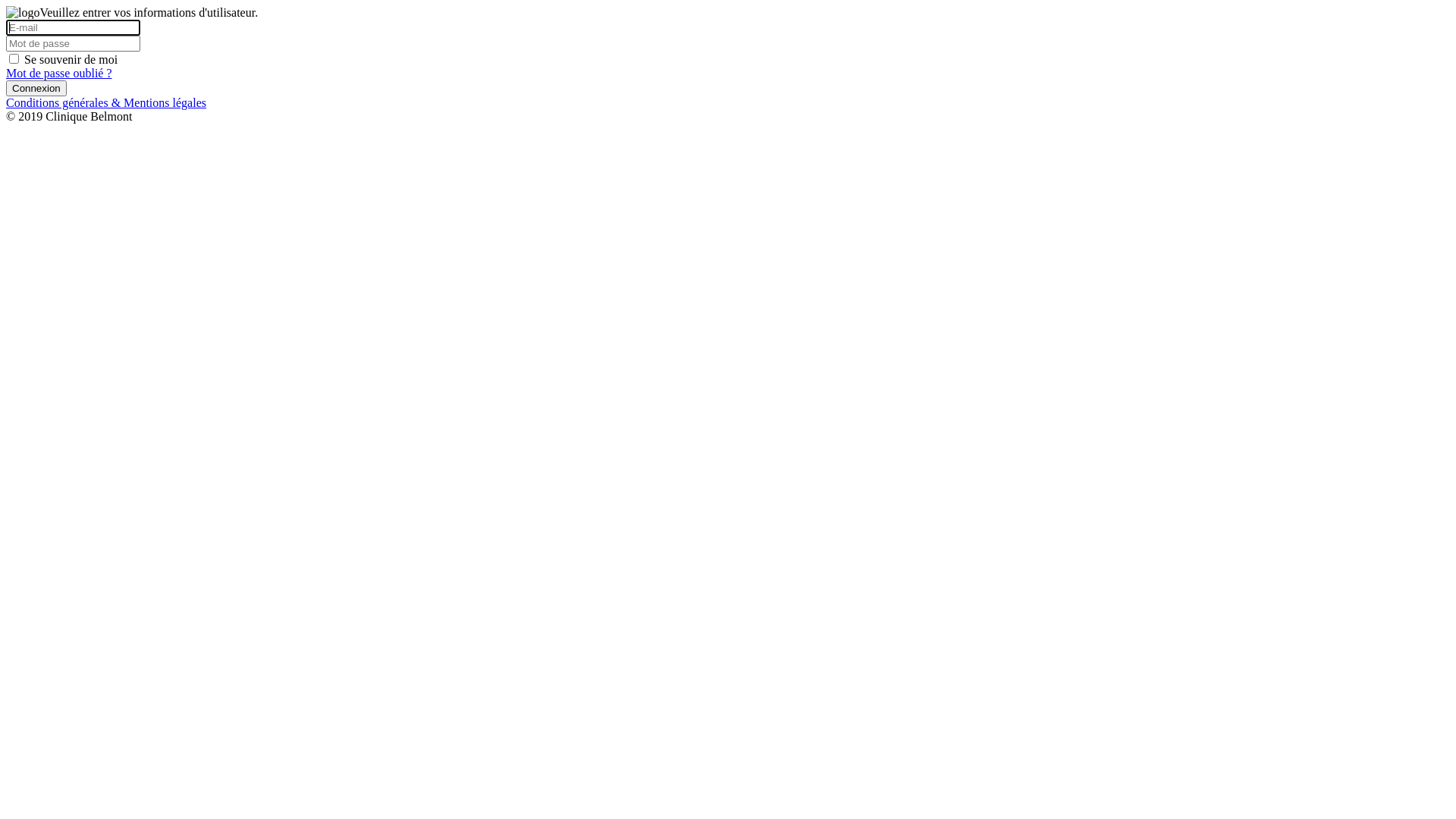  I want to click on 'Connexion', so click(36, 88).